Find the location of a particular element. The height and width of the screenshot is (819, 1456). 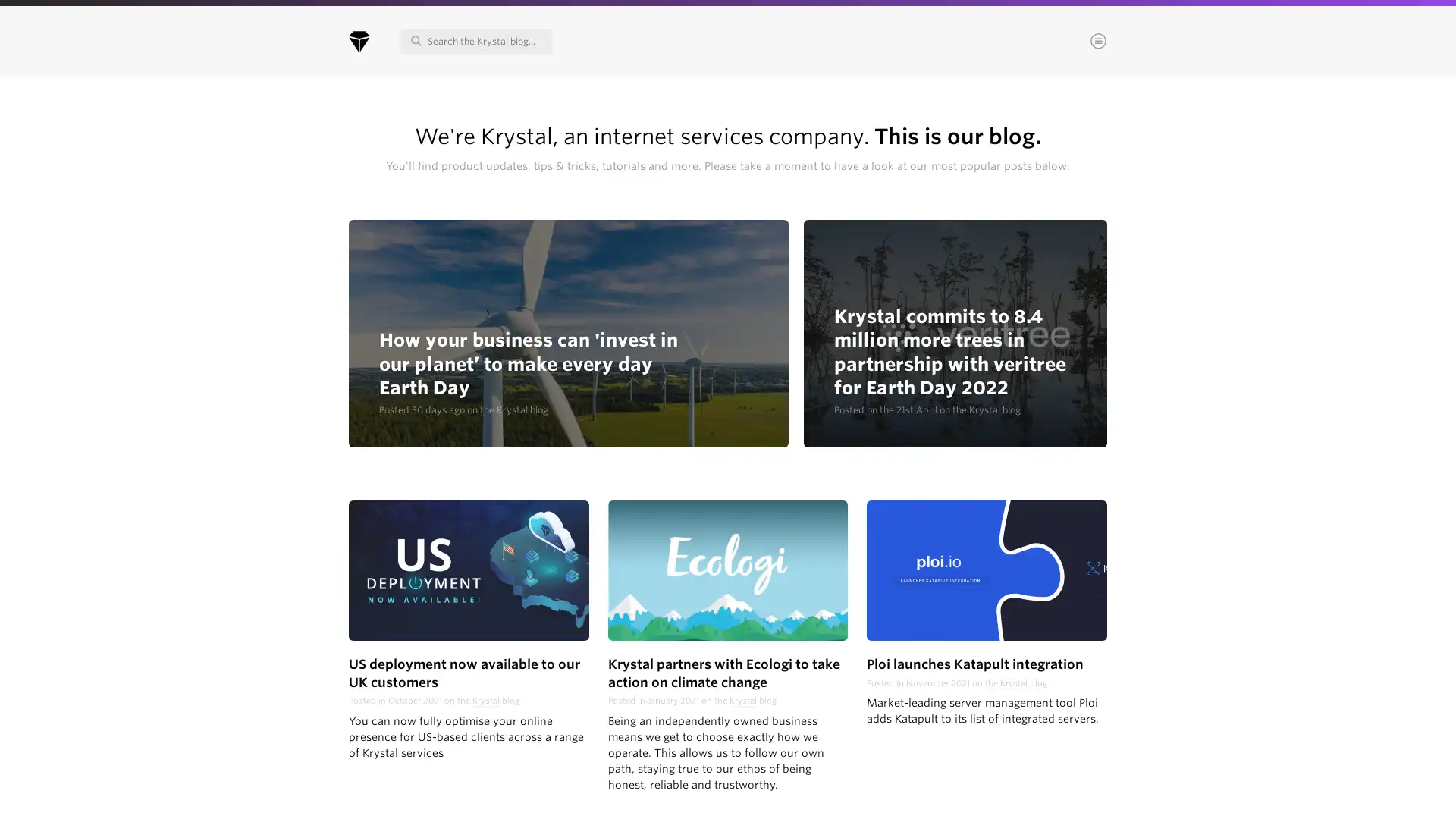

Continue & choose areas of interest is located at coordinates (443, 297).